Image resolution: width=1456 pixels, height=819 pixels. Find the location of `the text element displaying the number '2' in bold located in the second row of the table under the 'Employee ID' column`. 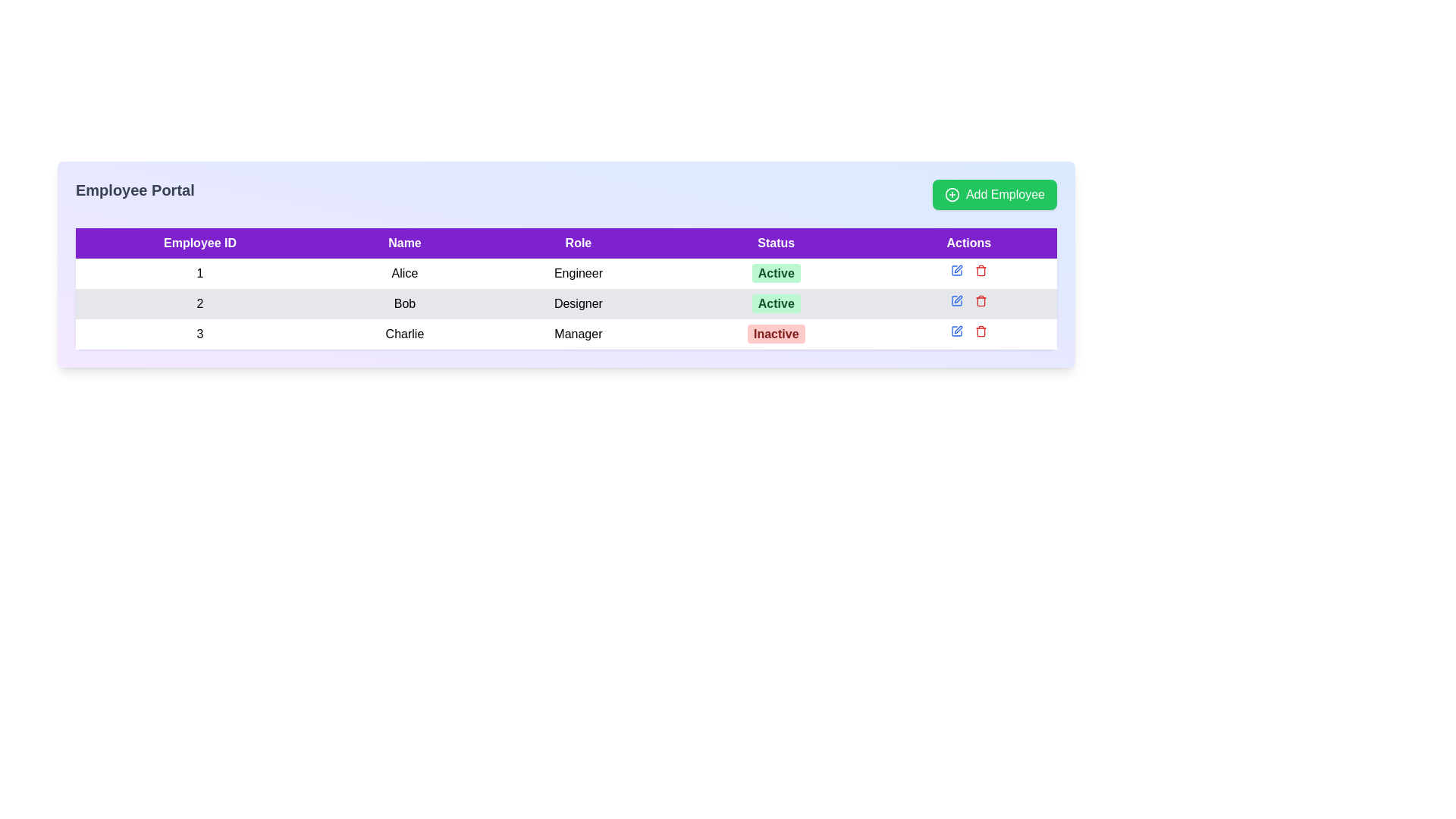

the text element displaying the number '2' in bold located in the second row of the table under the 'Employee ID' column is located at coordinates (199, 304).